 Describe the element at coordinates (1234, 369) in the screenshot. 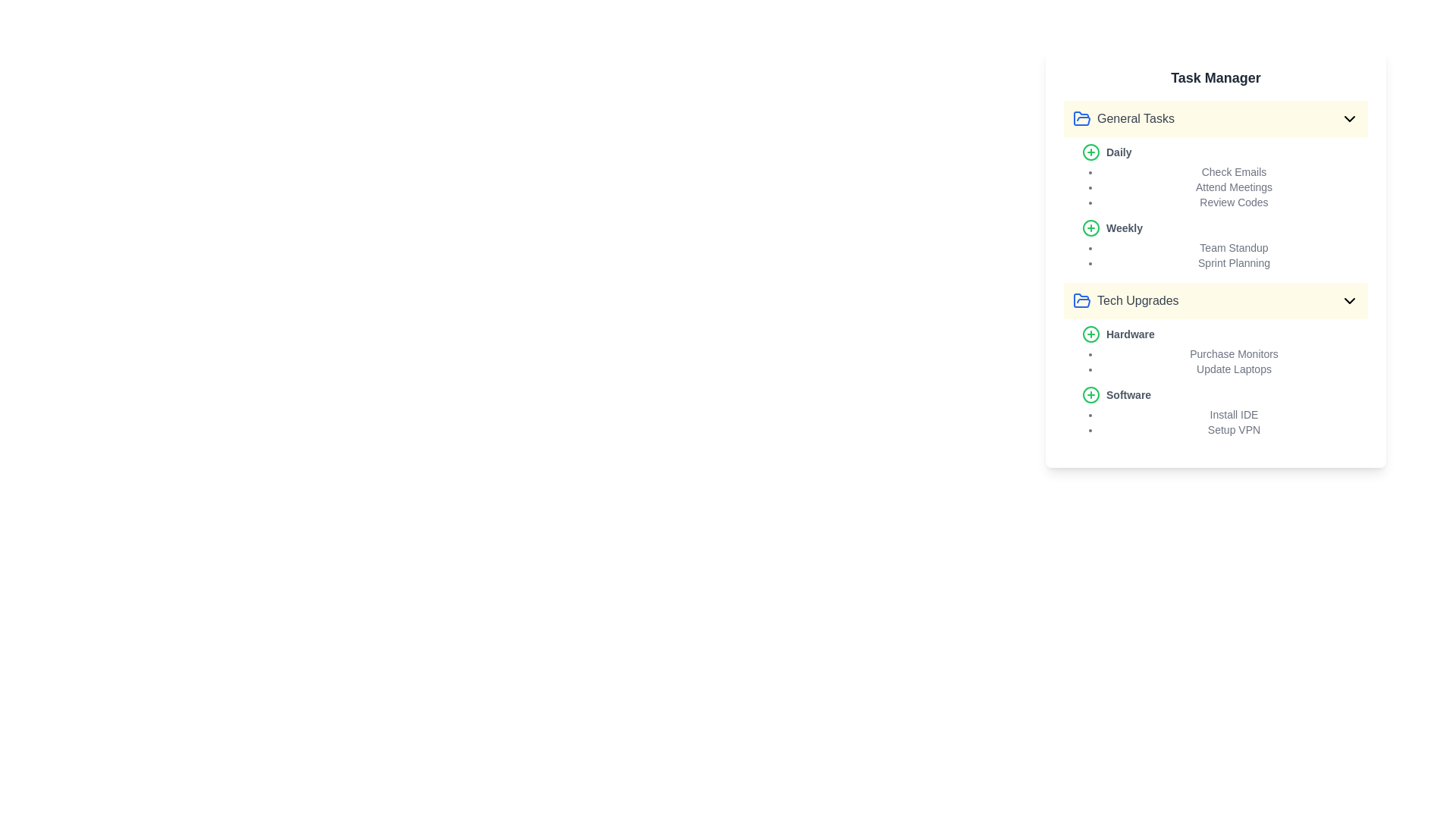

I see `the Text Label displaying 'Update Laptops', which is the second item in the vertical bulleted list under the 'Hardware' subheading in the 'Tech Upgrades' section of the Task Manager interface` at that location.